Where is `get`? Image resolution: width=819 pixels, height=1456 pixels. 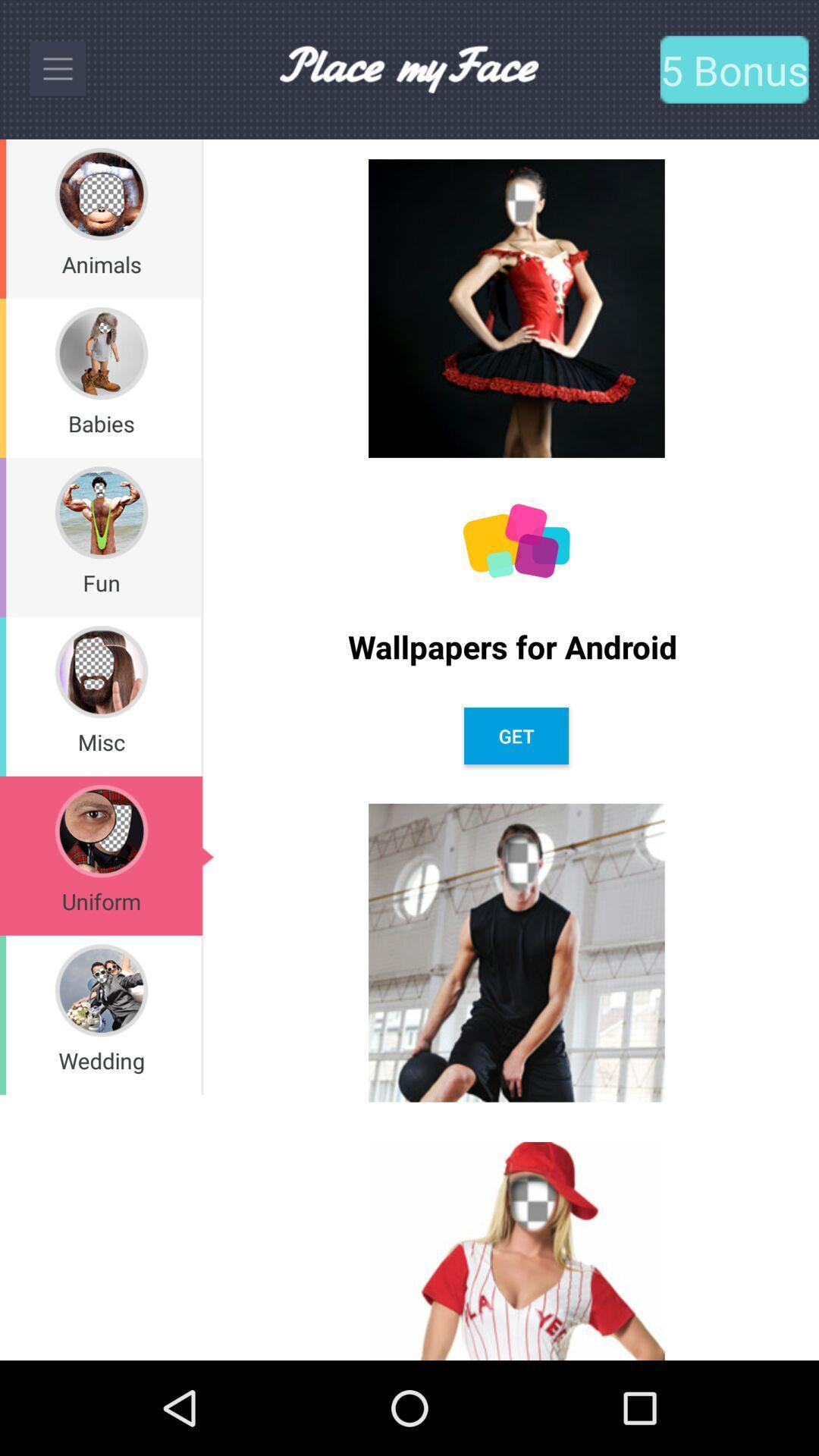 get is located at coordinates (516, 736).